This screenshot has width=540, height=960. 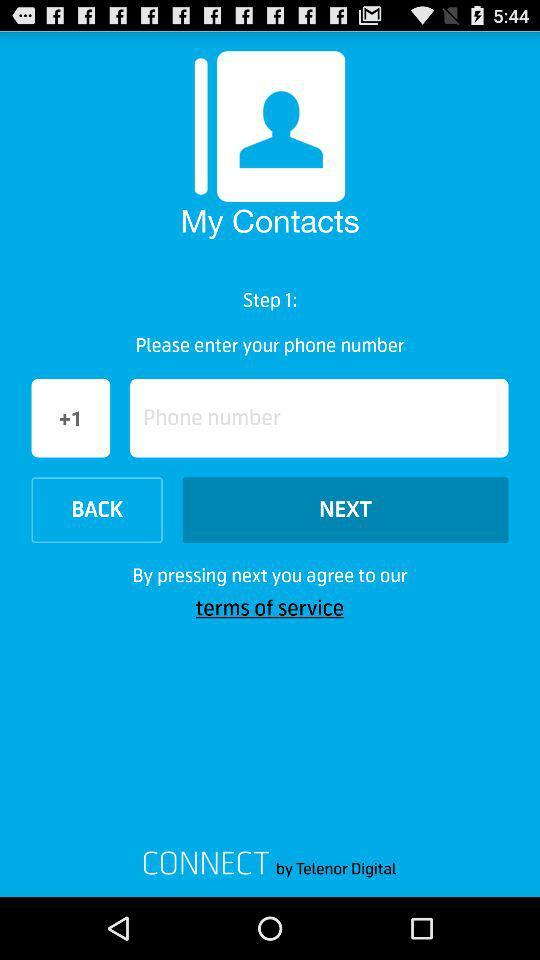 I want to click on the option of phone number above next, so click(x=319, y=417).